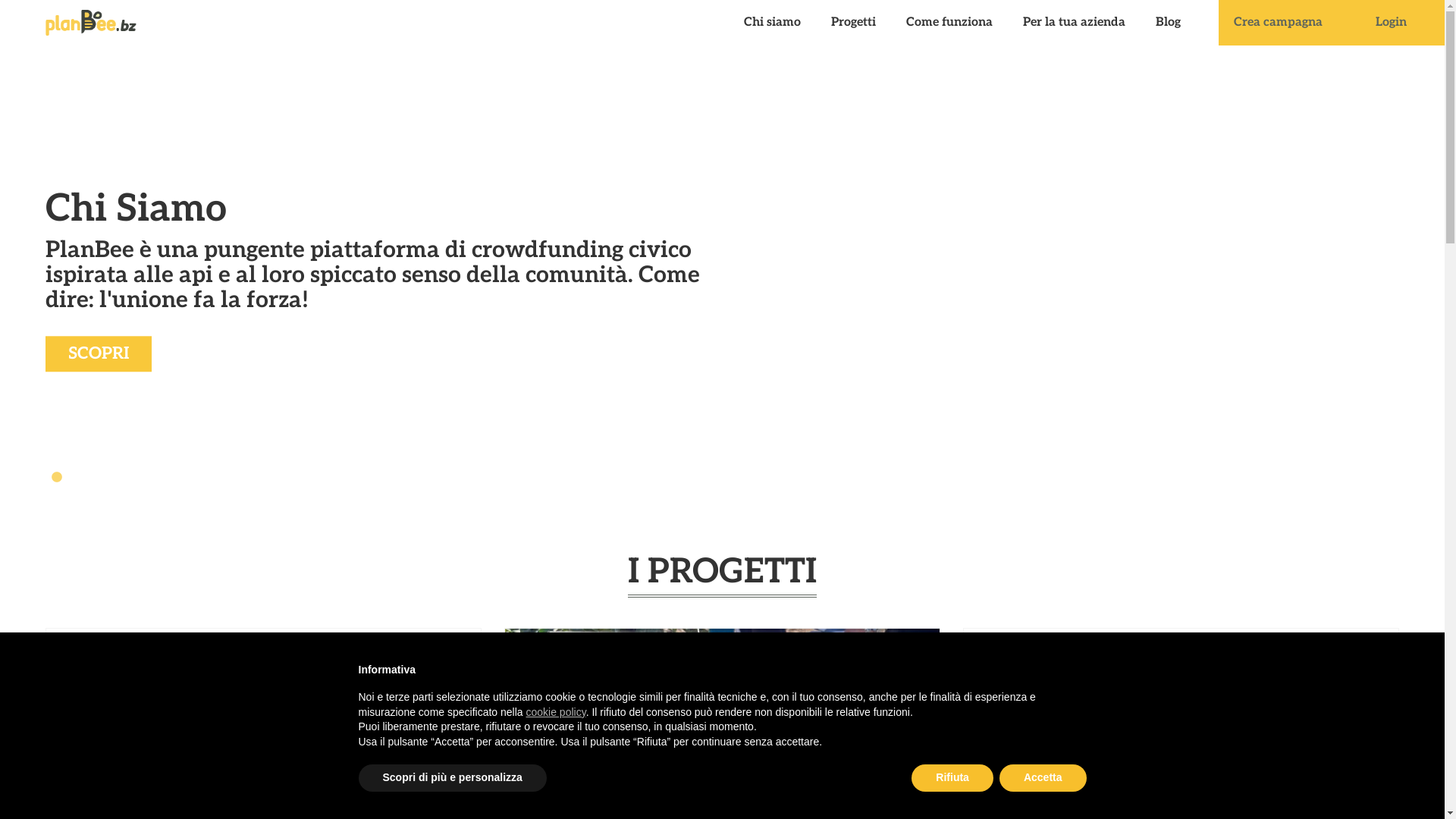 The image size is (1456, 819). I want to click on 'cookie policy', so click(555, 711).